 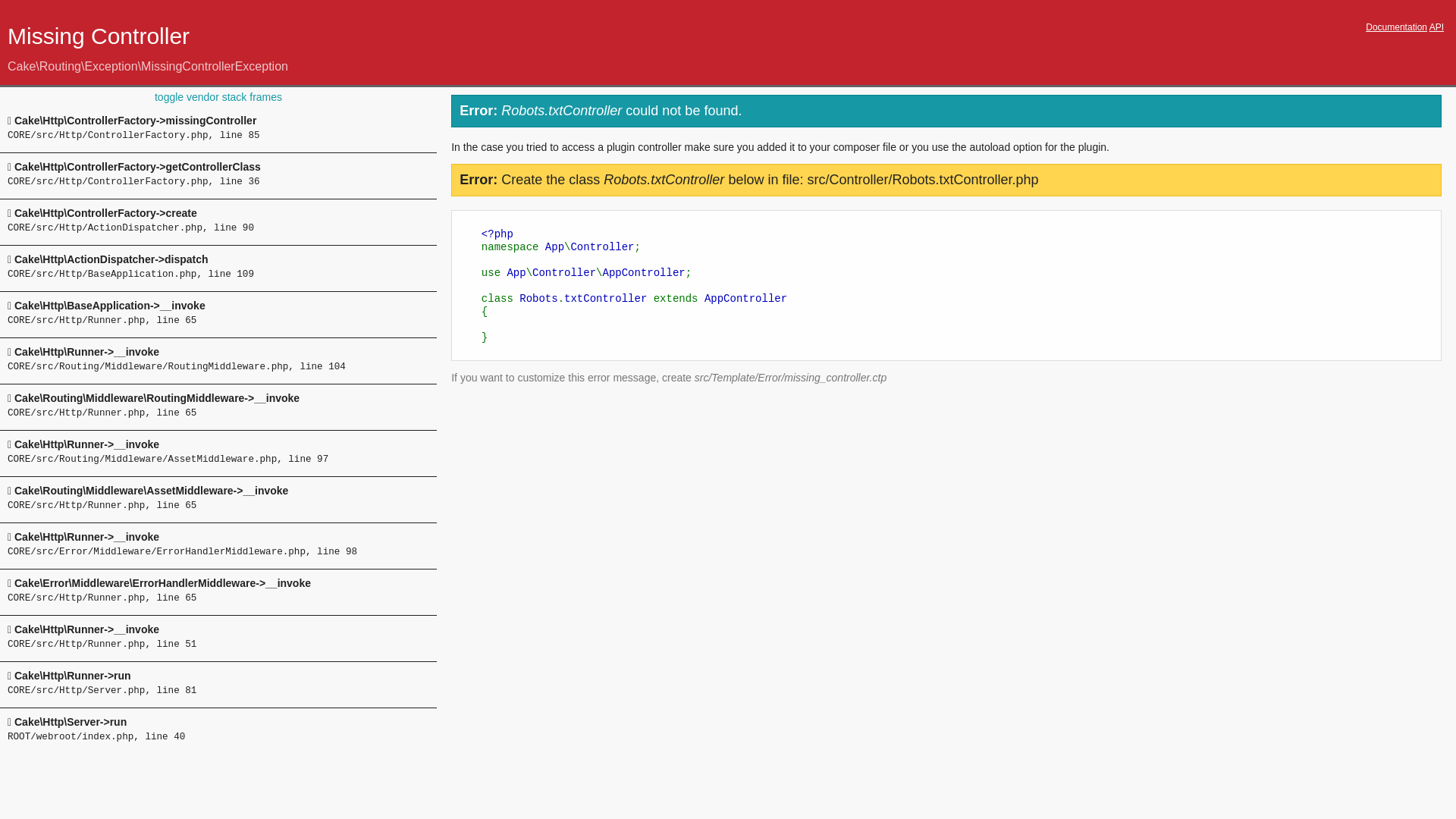 What do you see at coordinates (218, 96) in the screenshot?
I see `'toggle vendor stack frames'` at bounding box center [218, 96].